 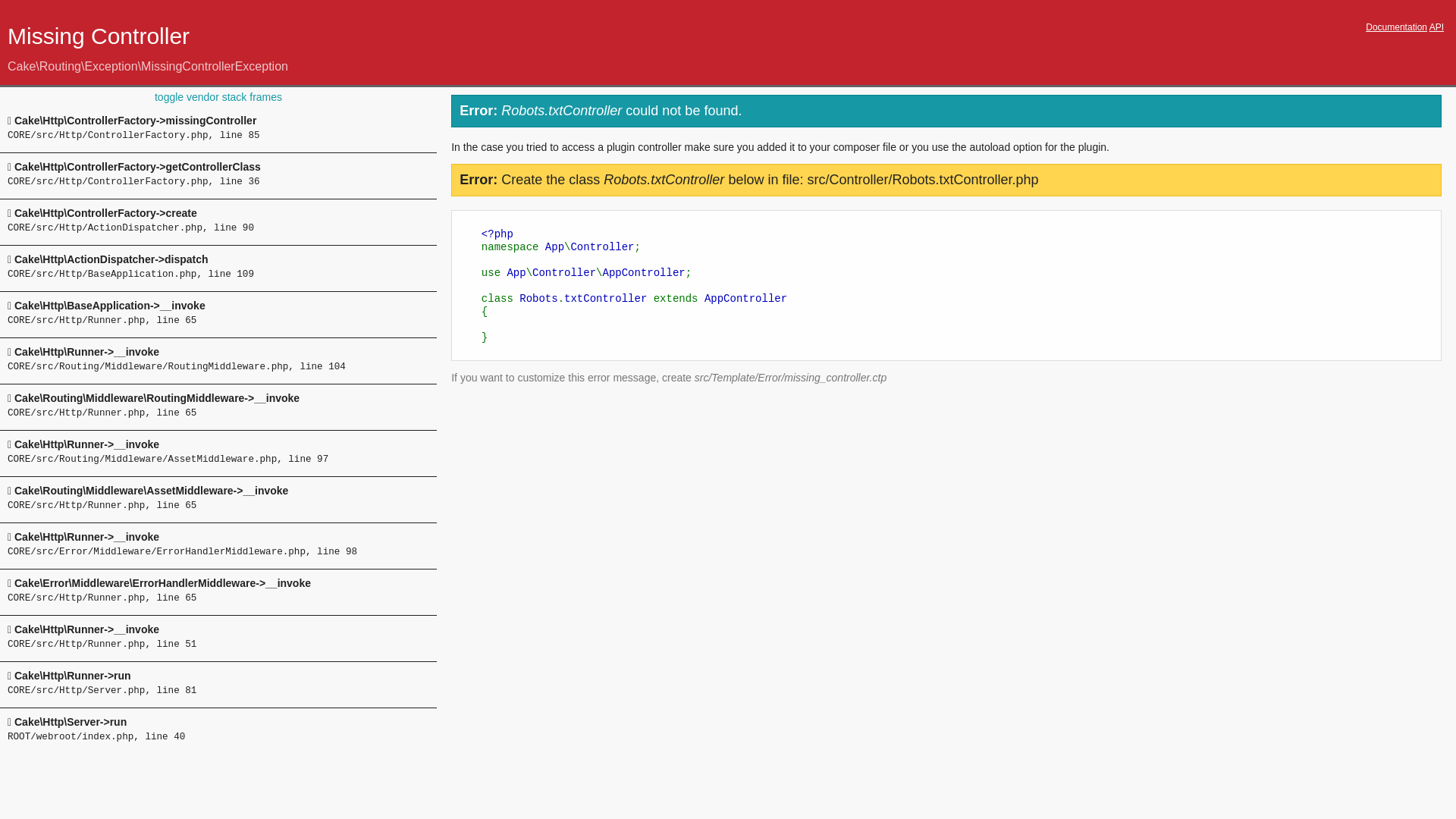 What do you see at coordinates (218, 96) in the screenshot?
I see `'toggle vendor stack frames'` at bounding box center [218, 96].